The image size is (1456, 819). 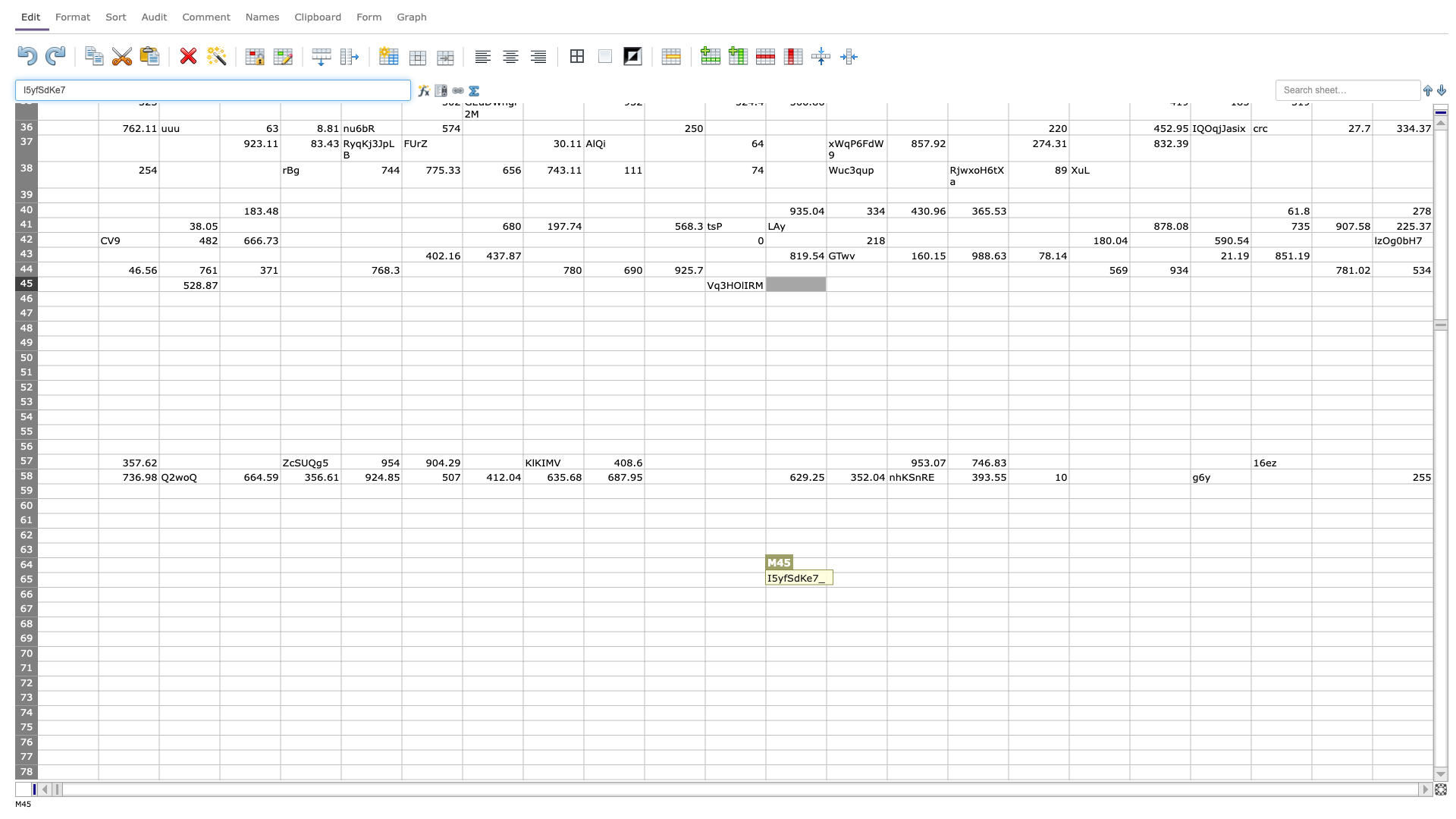 What do you see at coordinates (1008, 586) in the screenshot?
I see `bottom right corner of cell P65` at bounding box center [1008, 586].